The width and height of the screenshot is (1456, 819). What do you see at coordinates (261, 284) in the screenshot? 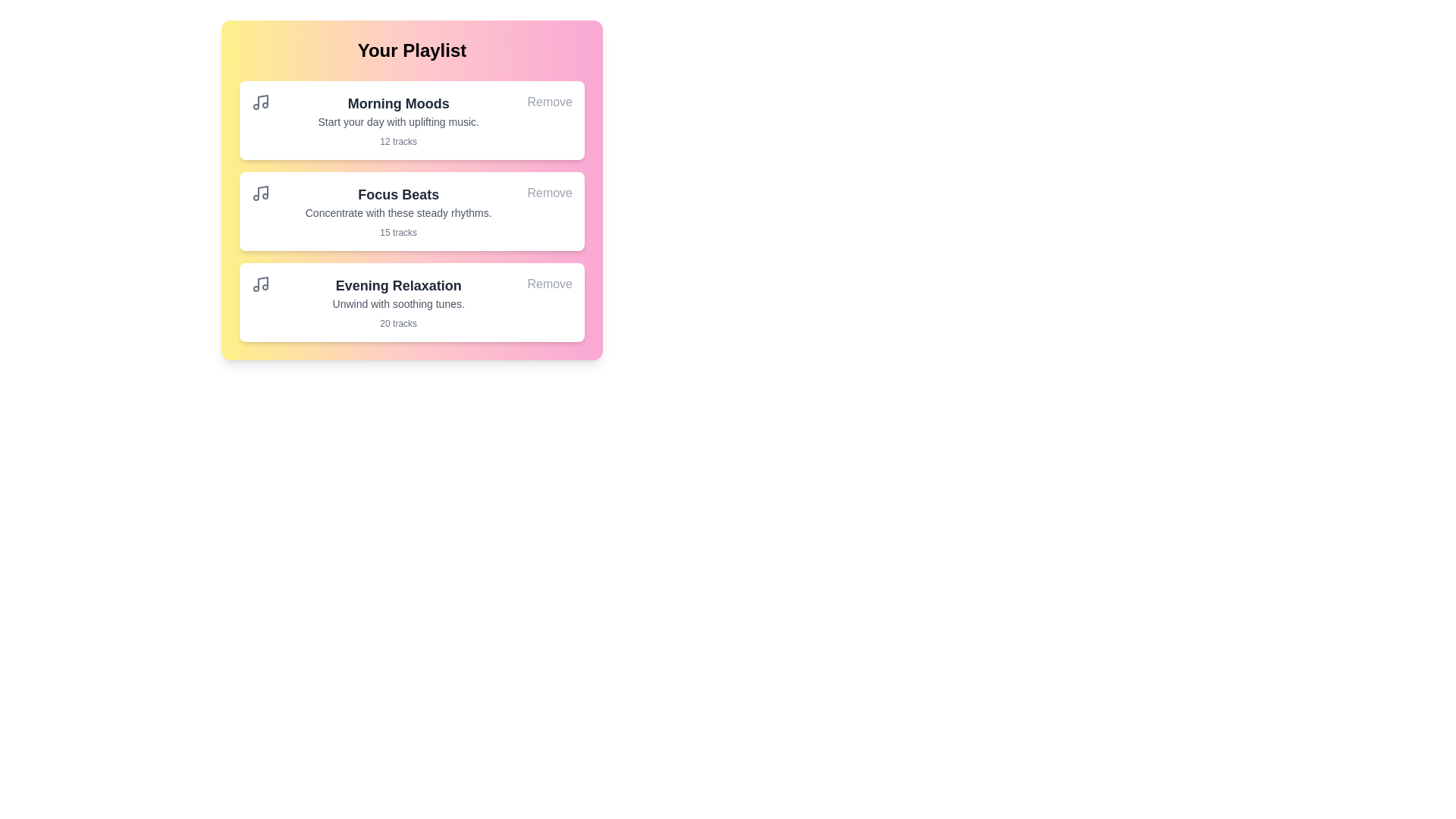
I see `the music icon for the playlist item Evening Relaxation` at bounding box center [261, 284].